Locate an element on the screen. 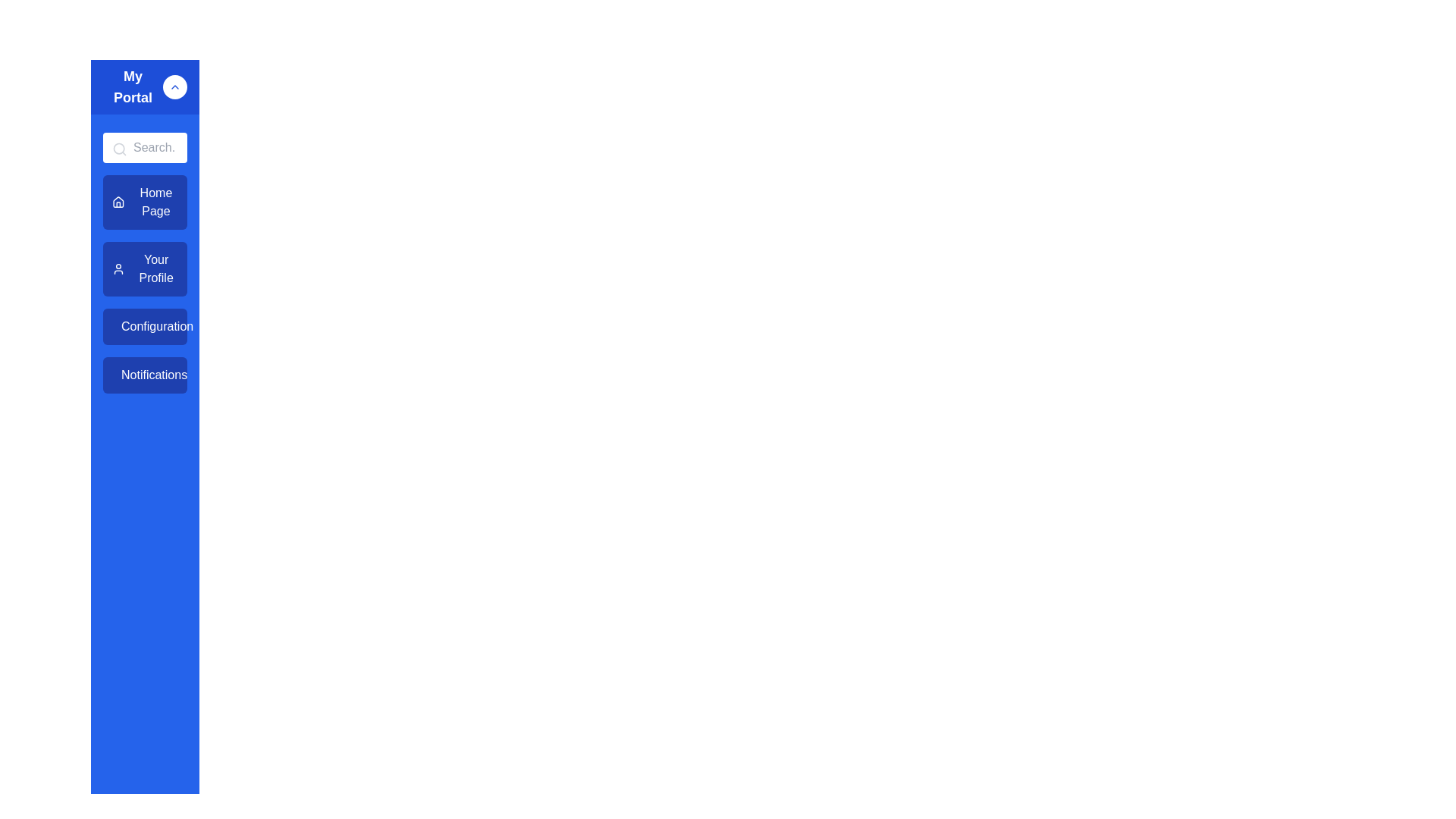 The height and width of the screenshot is (819, 1456). the text label at the top of the vertical navigation bar, which serves as the title for the portal, located to the left of the upward-facing chevron button is located at coordinates (133, 87).